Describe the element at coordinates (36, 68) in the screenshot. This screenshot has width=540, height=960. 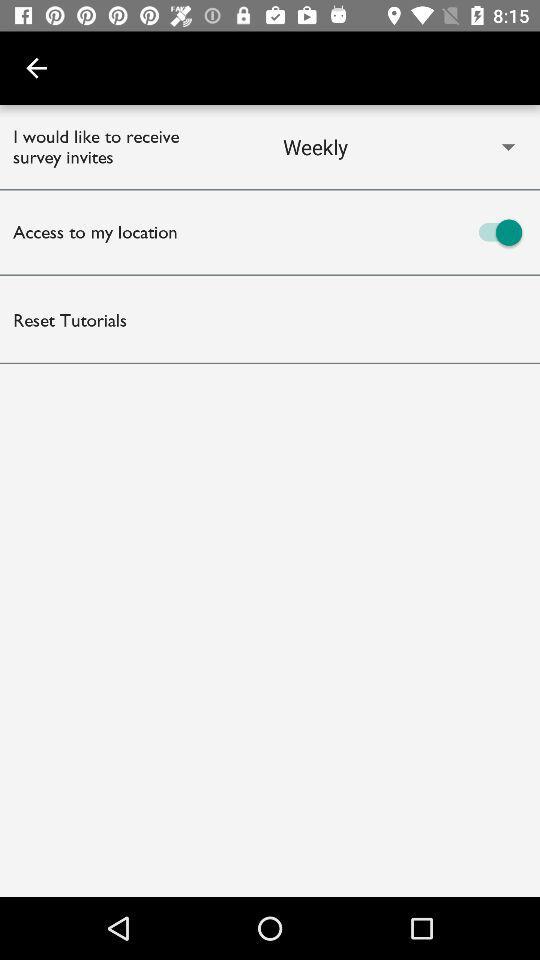
I see `the item above i would like` at that location.